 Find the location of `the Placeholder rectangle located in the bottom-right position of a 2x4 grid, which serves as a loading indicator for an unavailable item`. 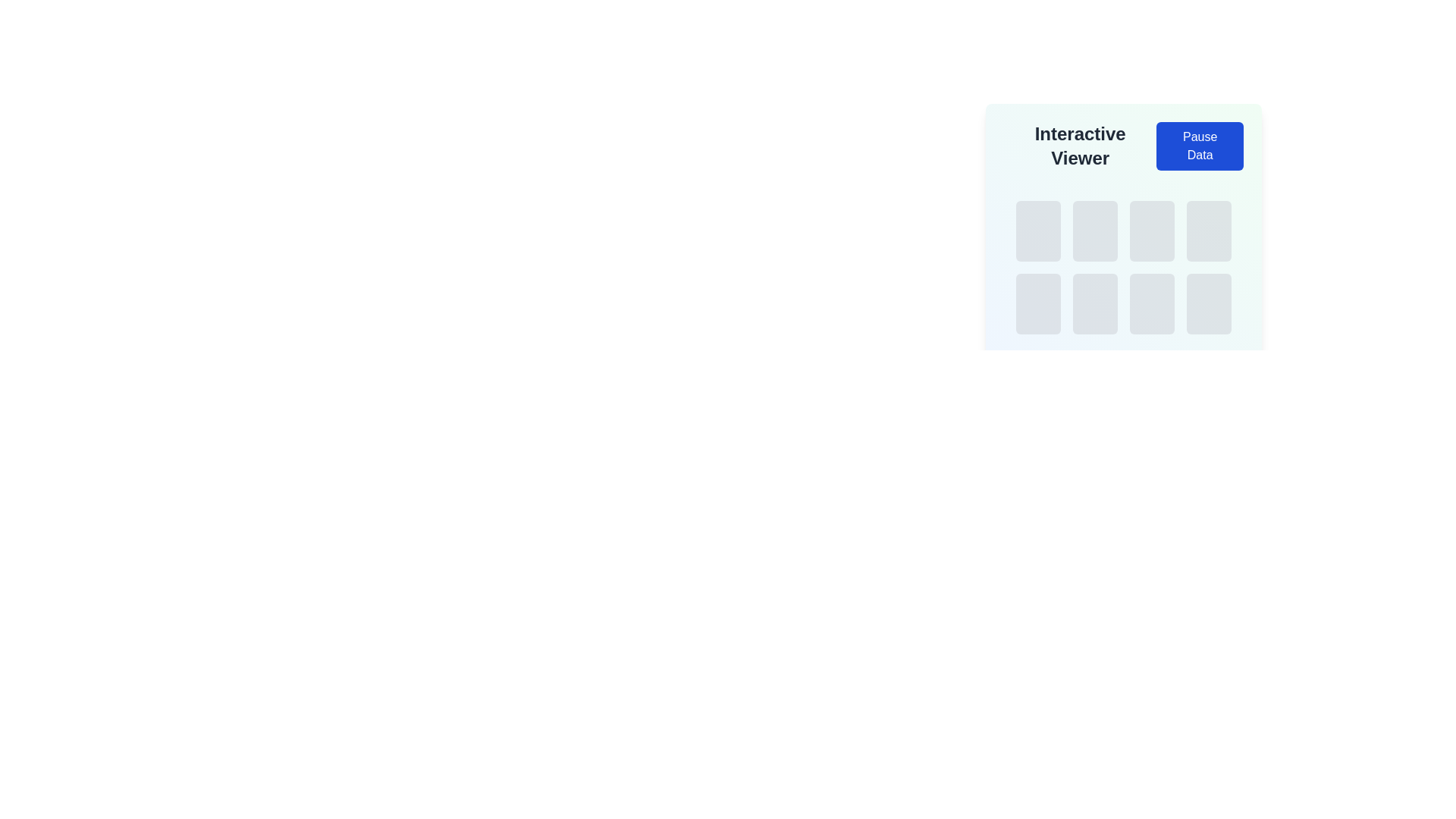

the Placeholder rectangle located in the bottom-right position of a 2x4 grid, which serves as a loading indicator for an unavailable item is located at coordinates (1208, 304).